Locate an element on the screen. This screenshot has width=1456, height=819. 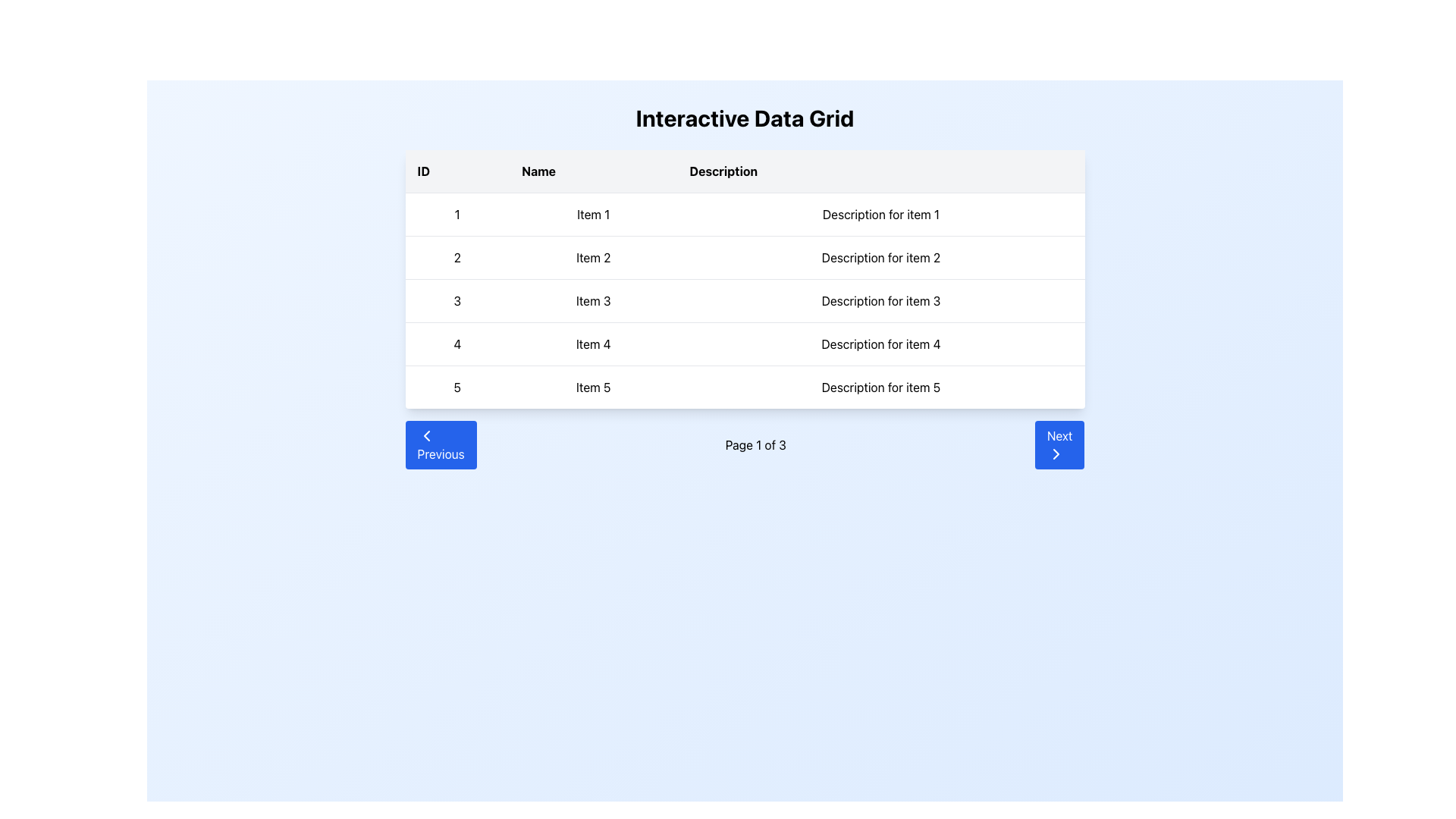
the text block displaying 'Description for item 2' located in the second row, third column of the table is located at coordinates (880, 256).